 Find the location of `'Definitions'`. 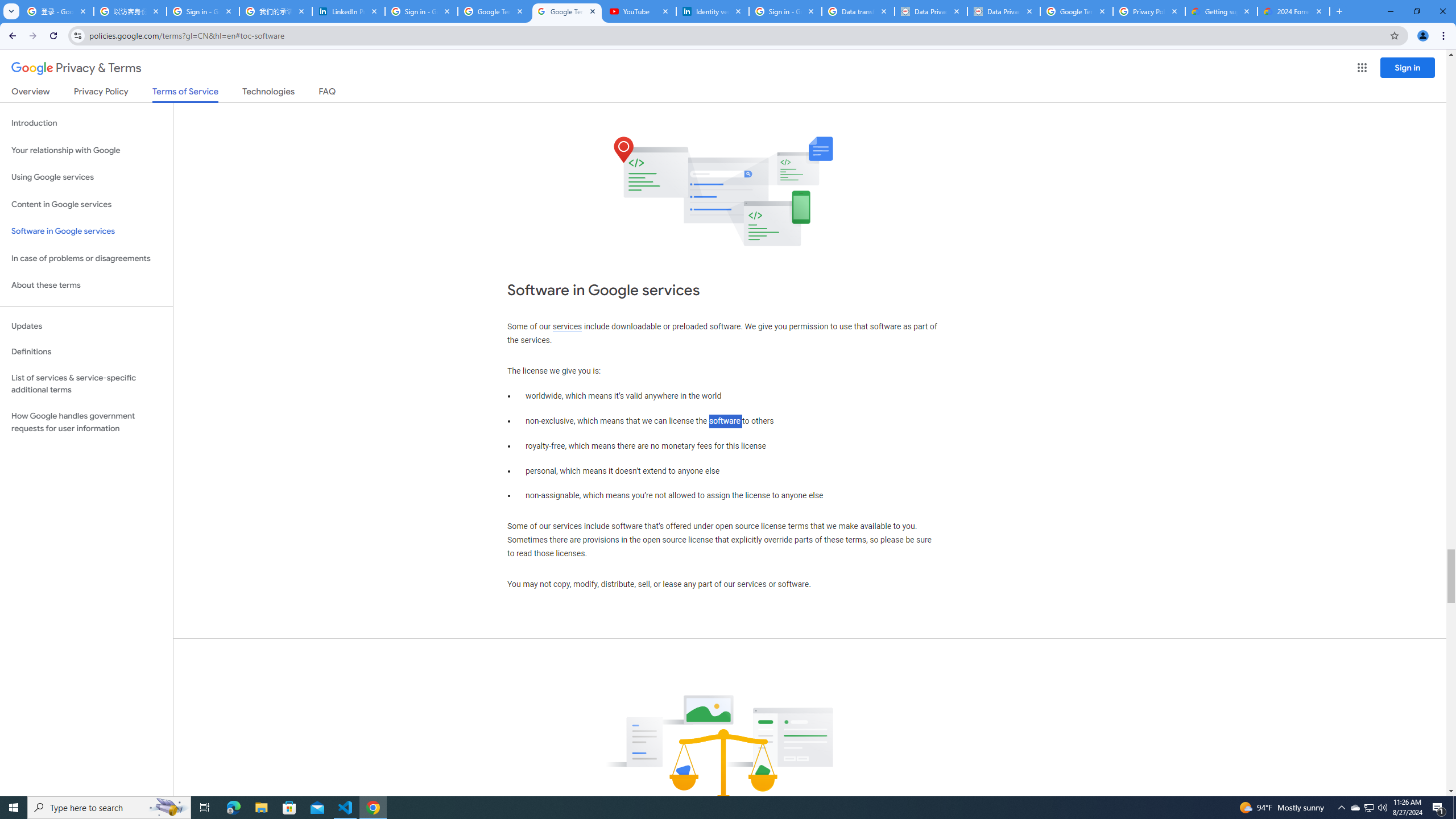

'Definitions' is located at coordinates (86, 351).